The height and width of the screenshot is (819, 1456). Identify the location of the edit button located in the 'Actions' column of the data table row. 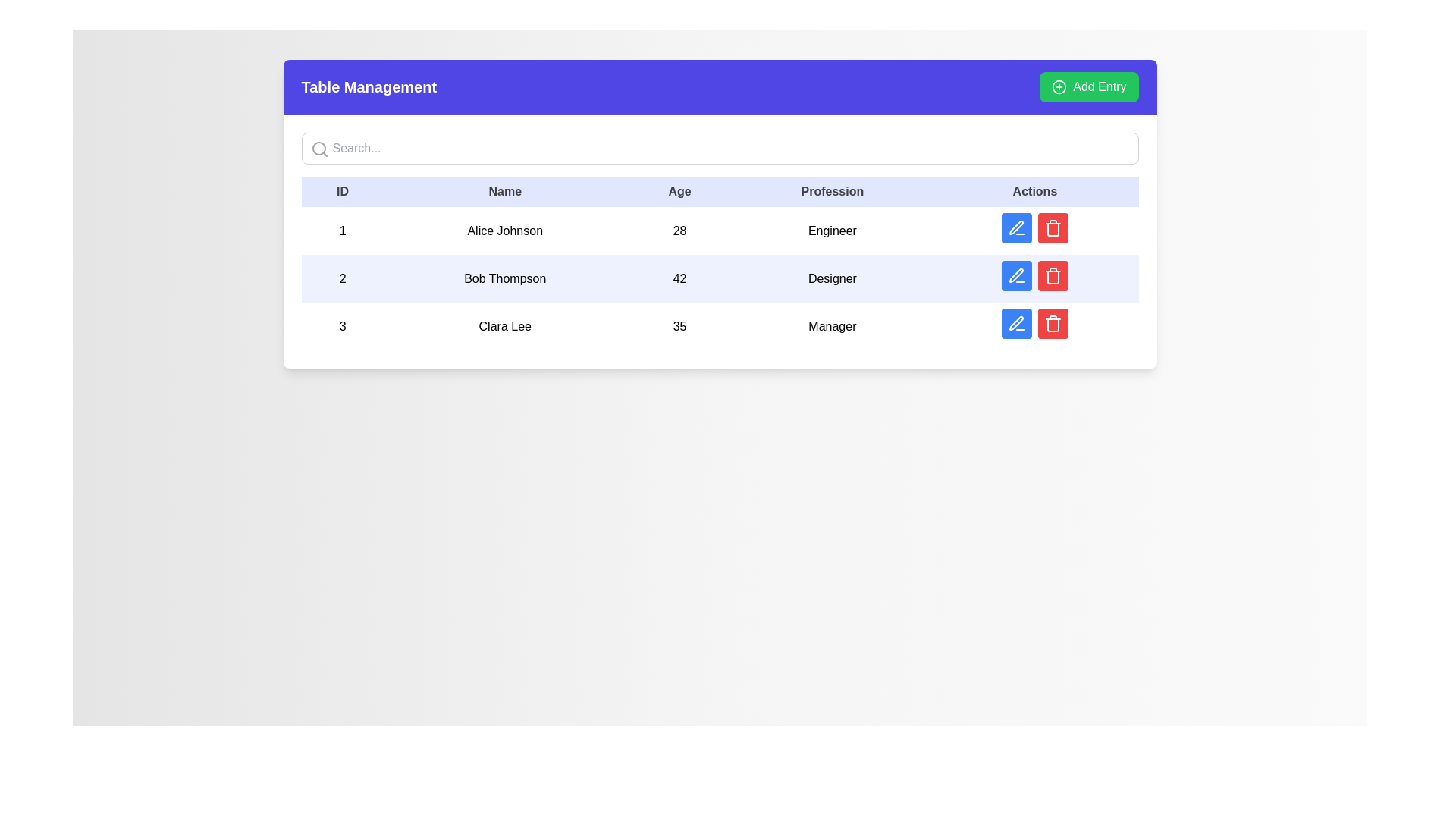
(1016, 227).